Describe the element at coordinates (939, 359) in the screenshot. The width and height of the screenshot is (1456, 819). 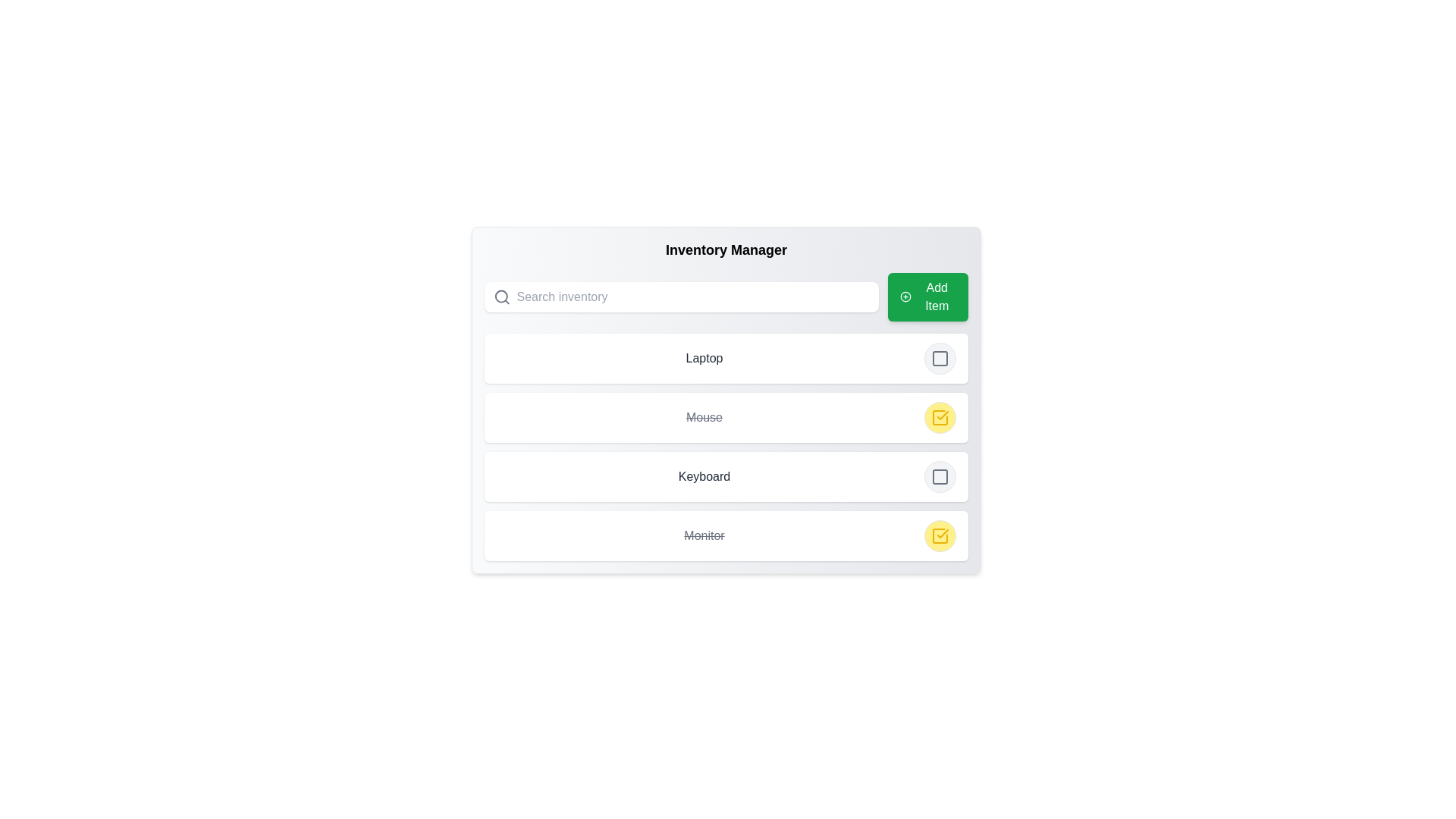
I see `the interactive button located at the top-right corner of the 'Laptop' list item` at that location.